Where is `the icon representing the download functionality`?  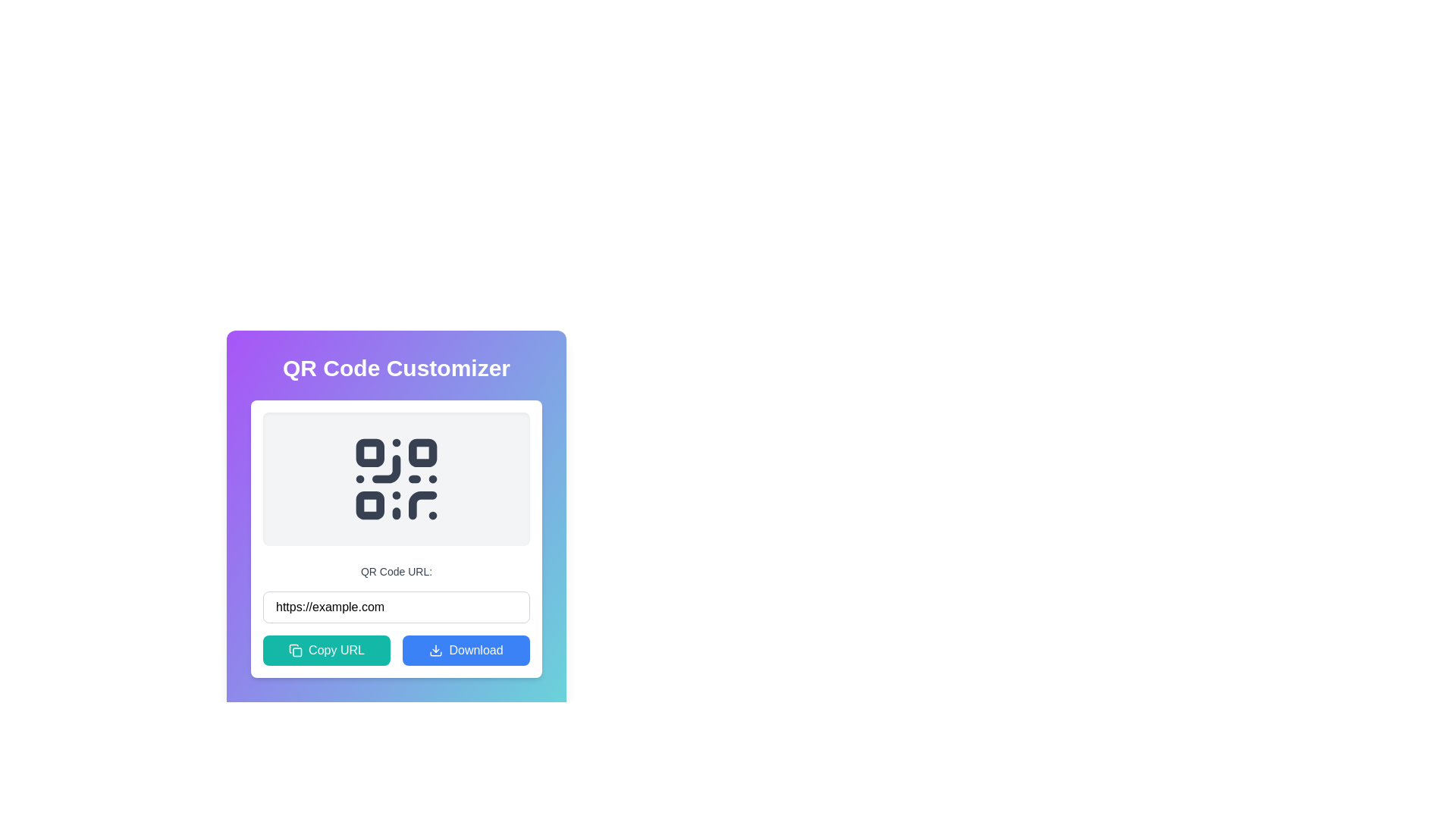 the icon representing the download functionality is located at coordinates (435, 649).